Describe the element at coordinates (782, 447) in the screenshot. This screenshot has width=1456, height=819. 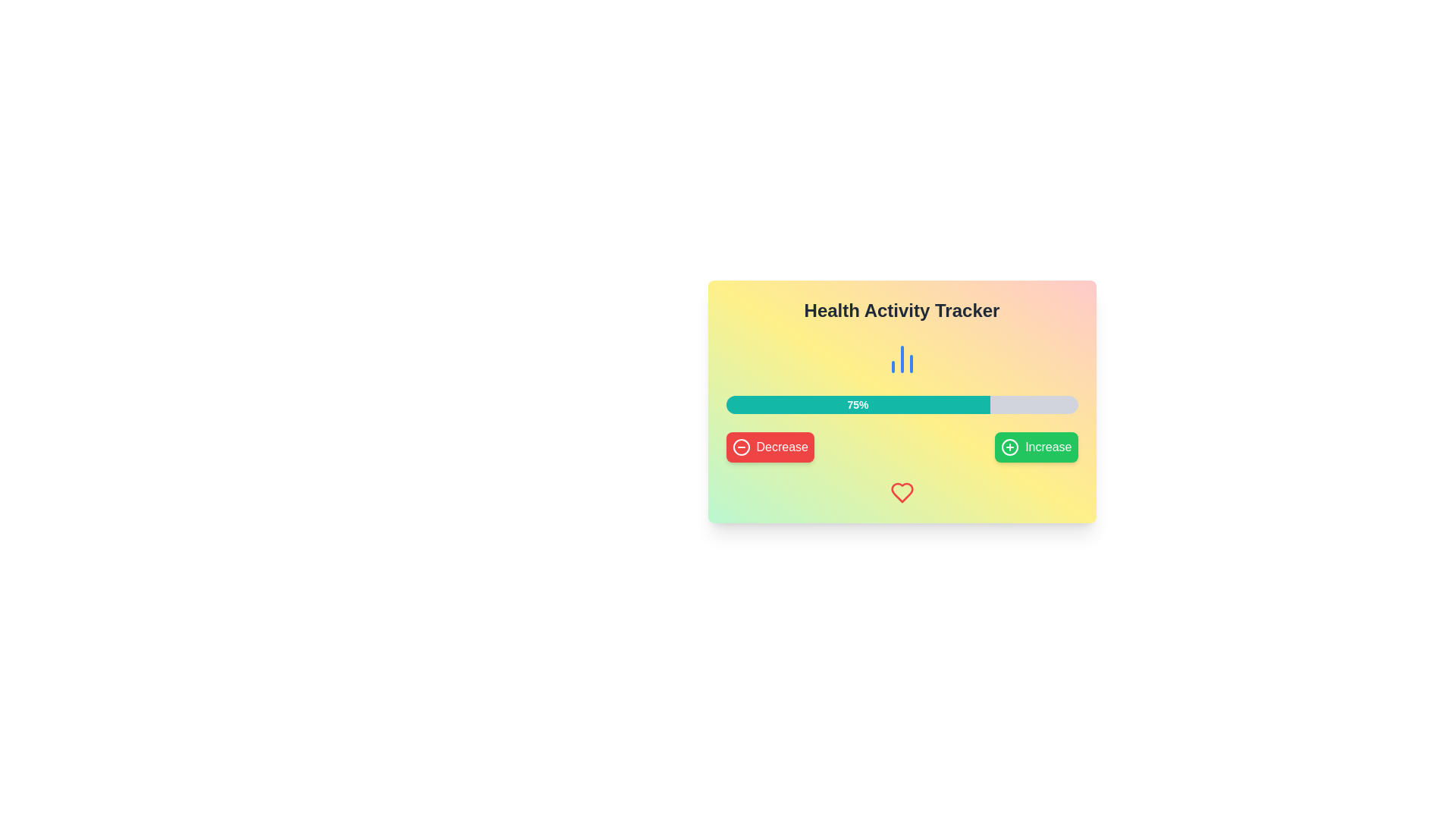
I see `the 'Decrease' text within the red button` at that location.